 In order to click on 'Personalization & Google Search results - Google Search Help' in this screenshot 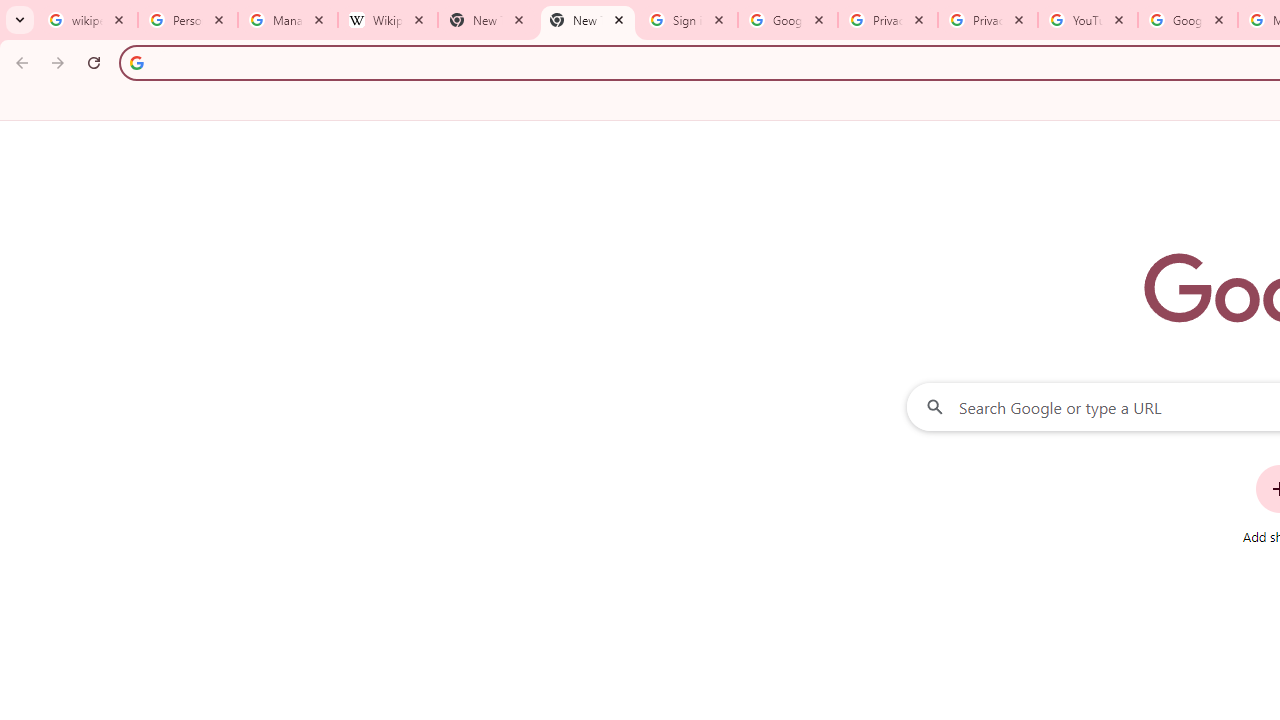, I will do `click(188, 20)`.